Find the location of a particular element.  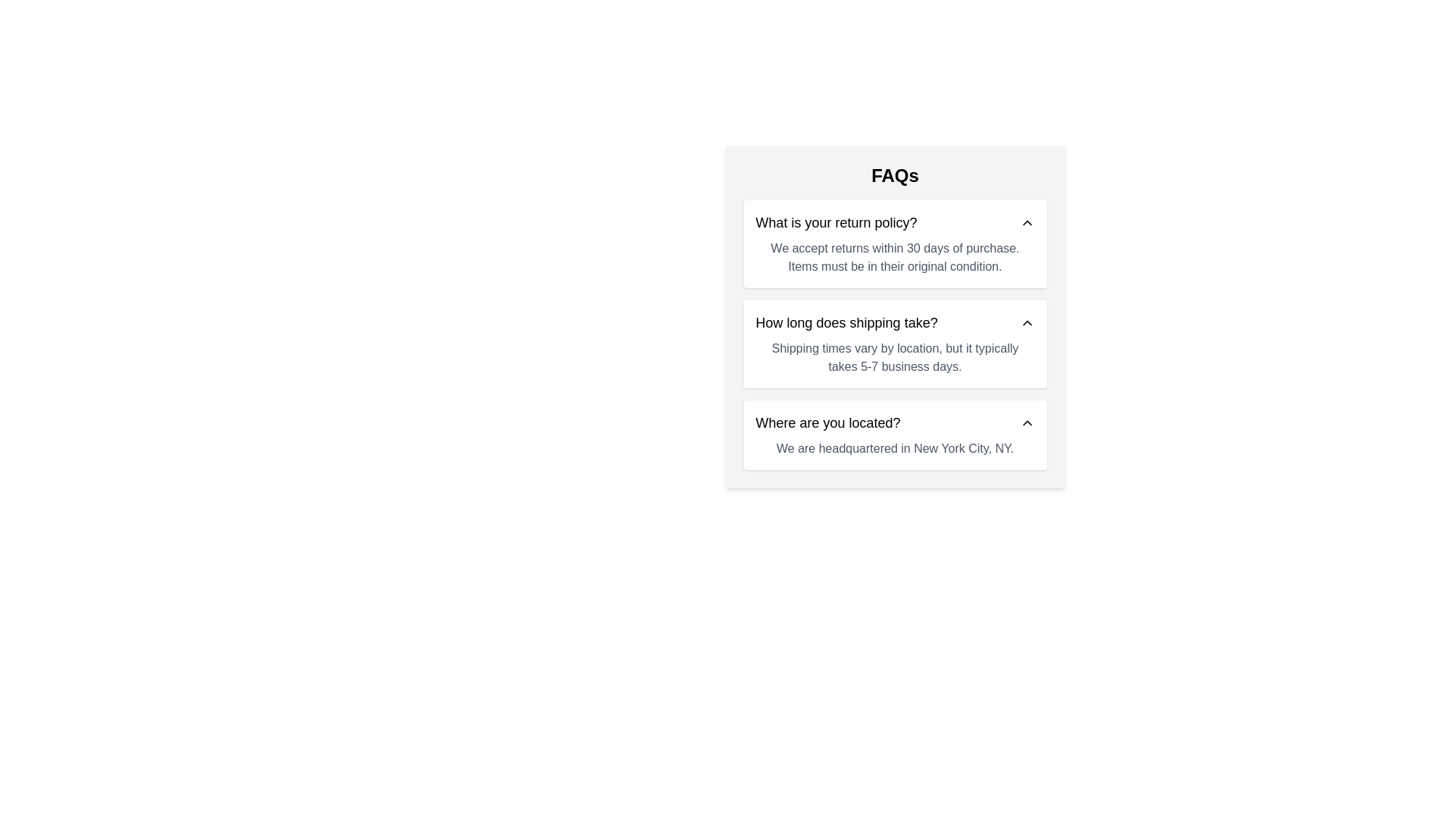

the informational text block providing supplementary information about shipping durations, located below the heading 'How long does shipping take?' in the FAQs interface is located at coordinates (895, 357).